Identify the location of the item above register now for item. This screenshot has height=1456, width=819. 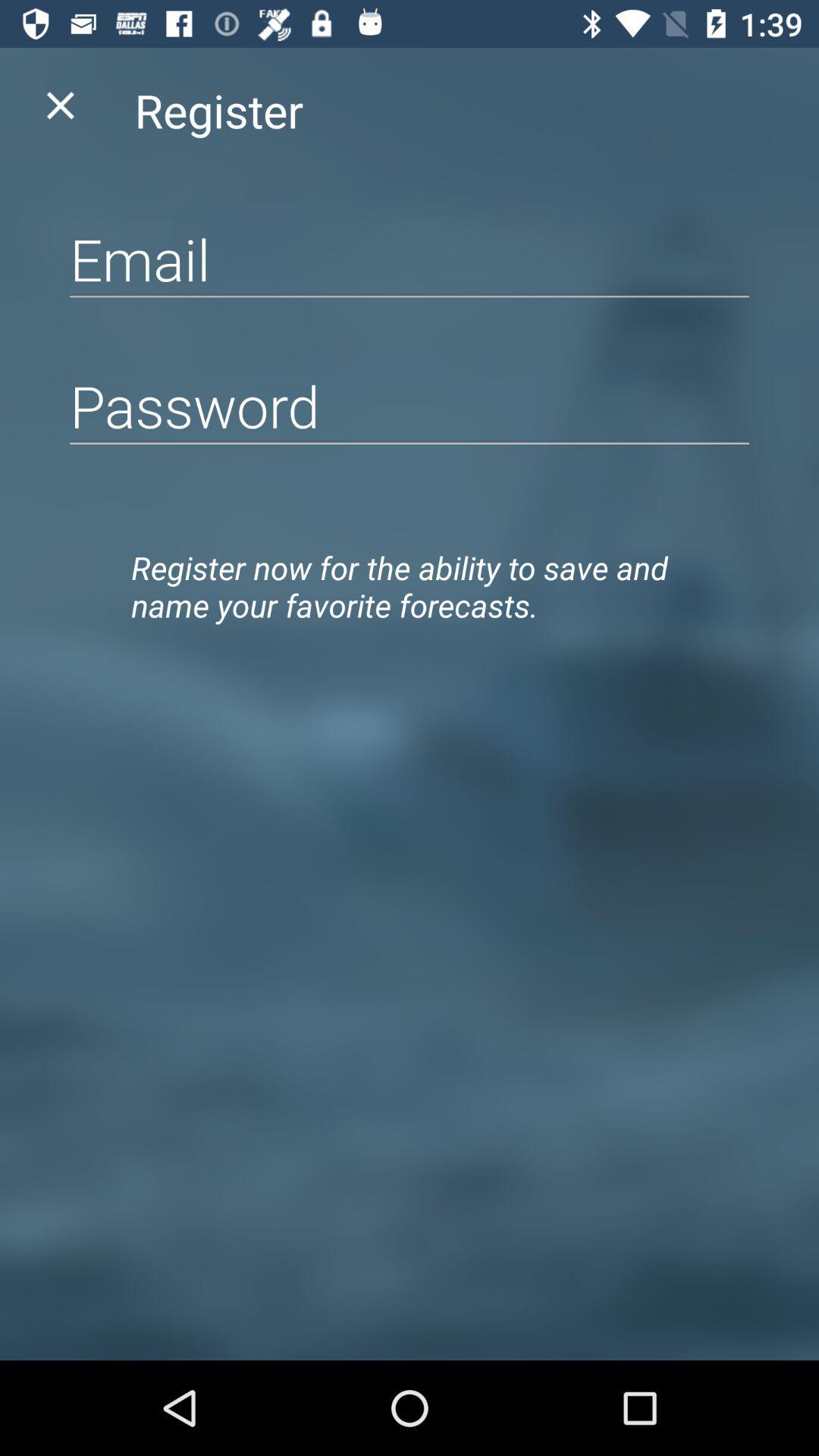
(409, 406).